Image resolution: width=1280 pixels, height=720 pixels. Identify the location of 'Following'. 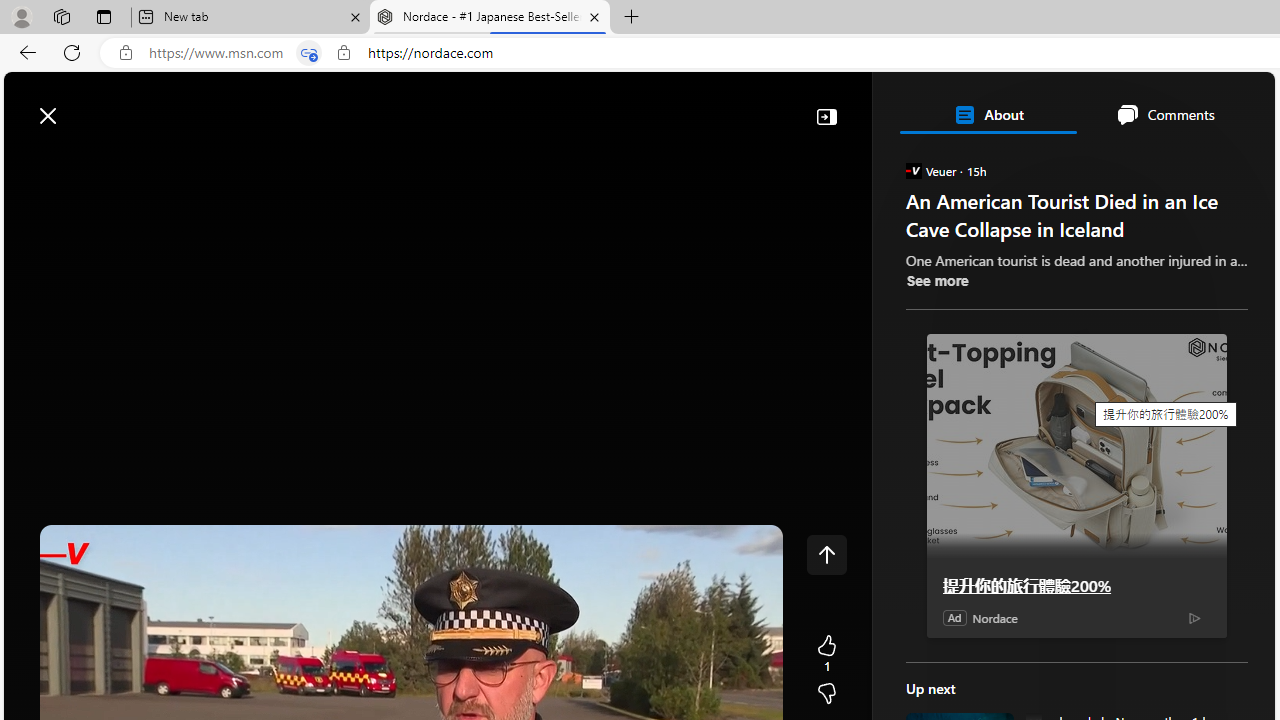
(172, 162).